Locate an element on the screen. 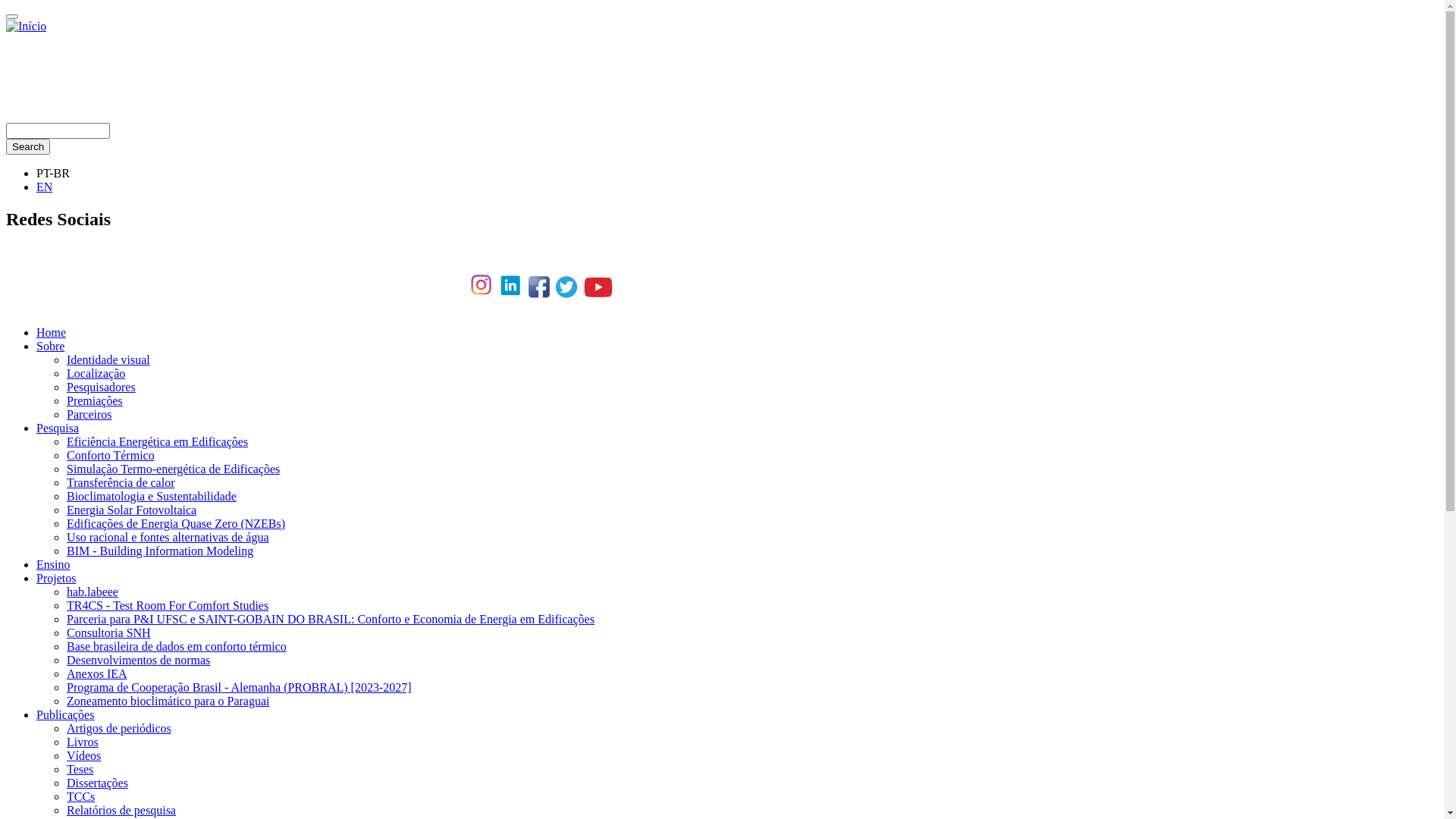 The height and width of the screenshot is (819, 1456). 'Livros' is located at coordinates (82, 741).